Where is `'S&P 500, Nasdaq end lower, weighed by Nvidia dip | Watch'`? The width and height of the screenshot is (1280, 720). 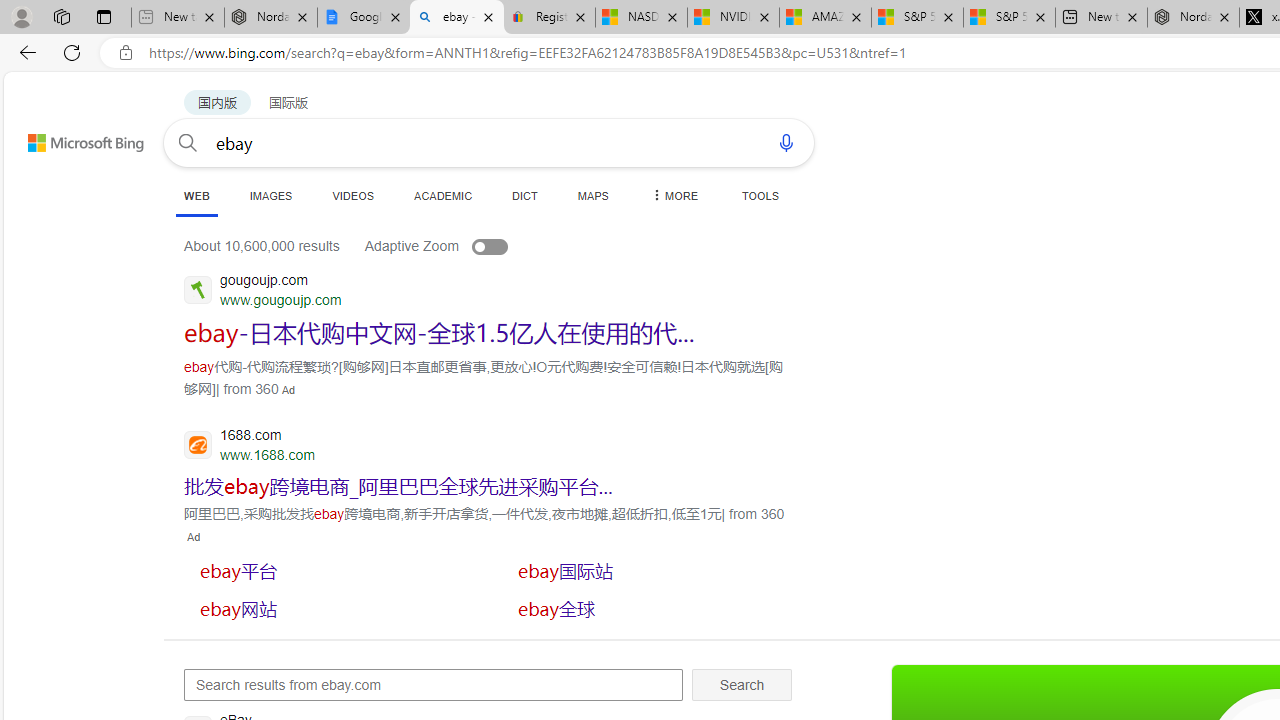
'S&P 500, Nasdaq end lower, weighed by Nvidia dip | Watch' is located at coordinates (1009, 17).